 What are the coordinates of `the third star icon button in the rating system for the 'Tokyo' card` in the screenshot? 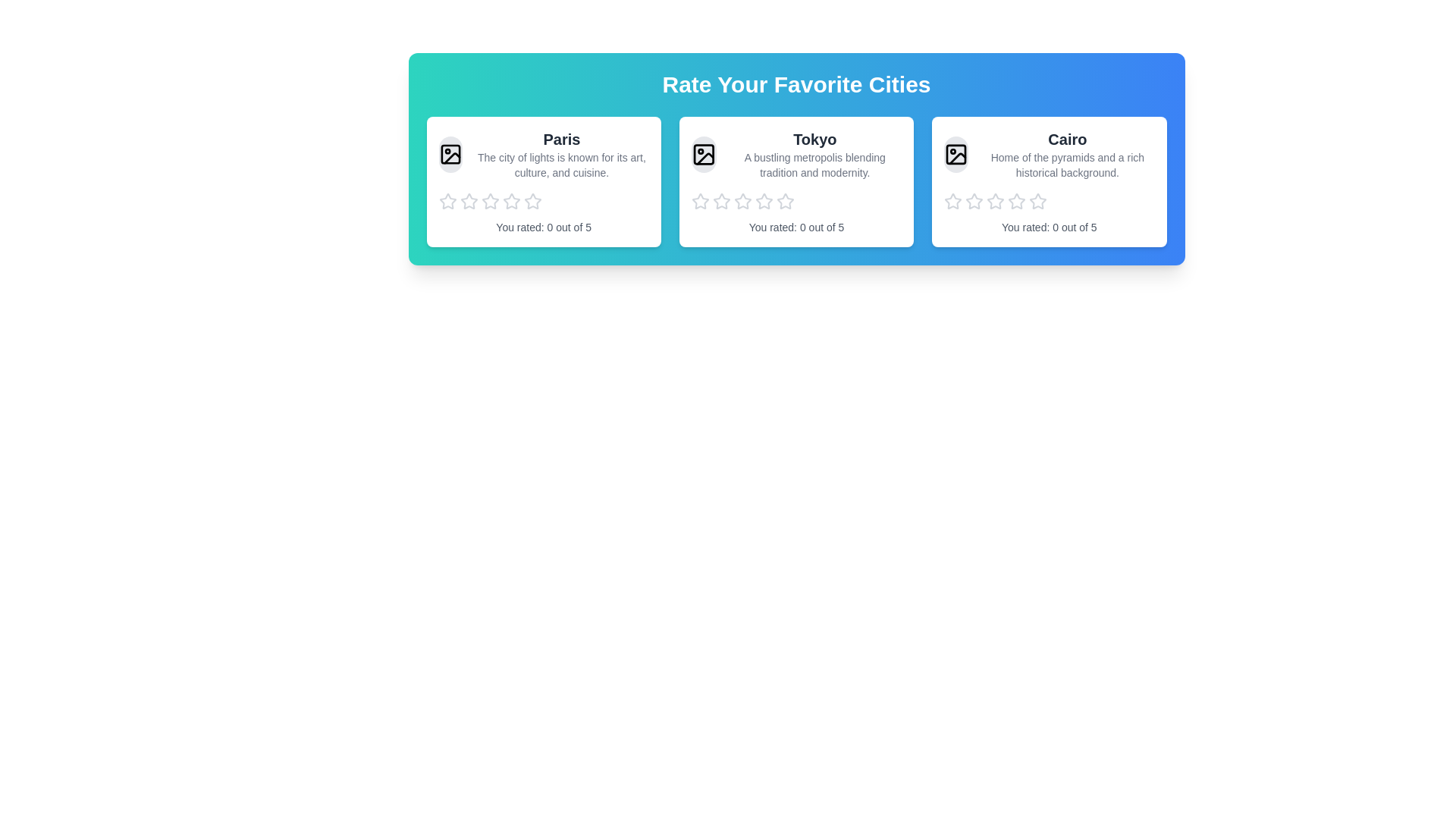 It's located at (742, 201).